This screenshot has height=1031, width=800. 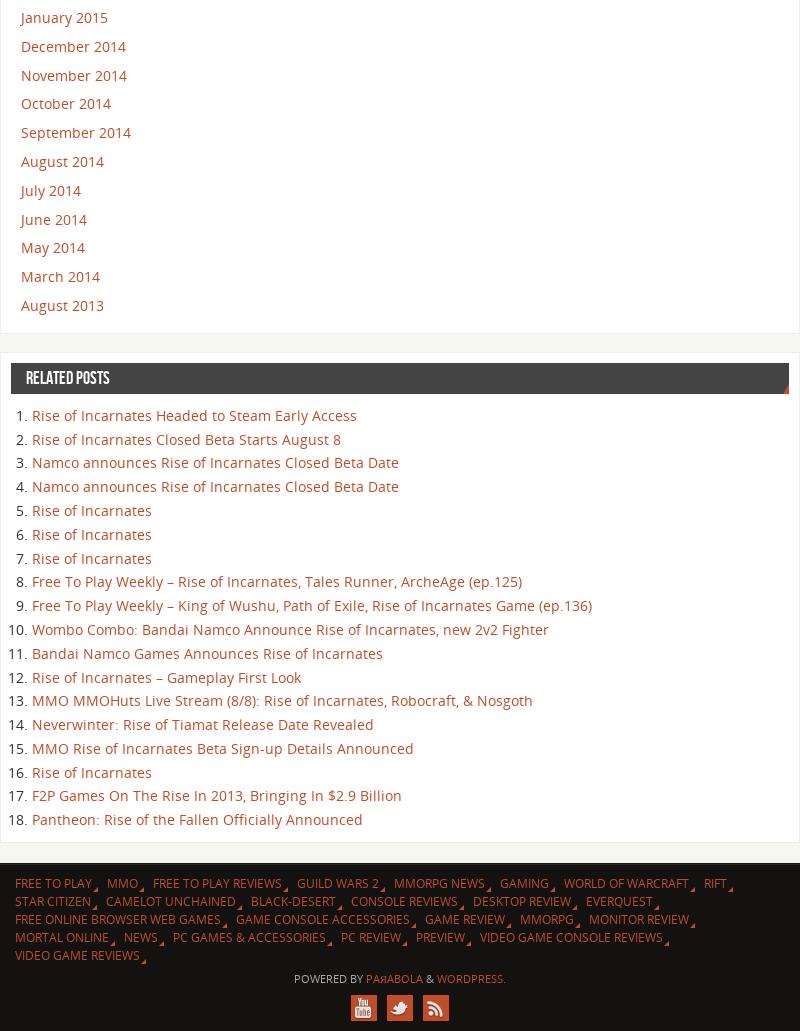 I want to click on 'August 2013', so click(x=61, y=304).